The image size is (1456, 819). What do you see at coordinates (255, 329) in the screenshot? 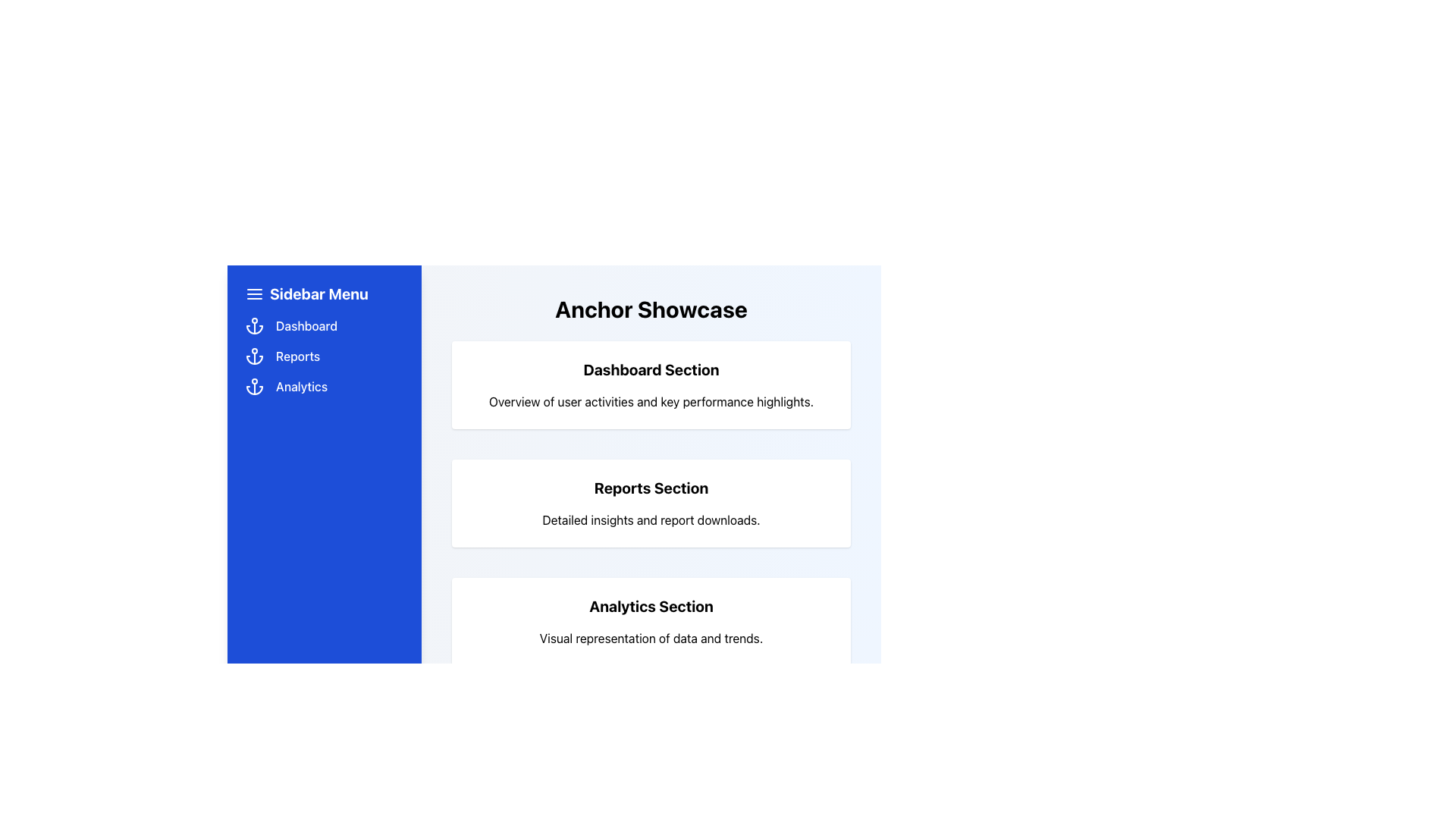
I see `the curved horizontal stroke of the anchor-shaped icon in the upper-left Sidebar Menu, located adjacent to the 'Dashboard' option` at bounding box center [255, 329].